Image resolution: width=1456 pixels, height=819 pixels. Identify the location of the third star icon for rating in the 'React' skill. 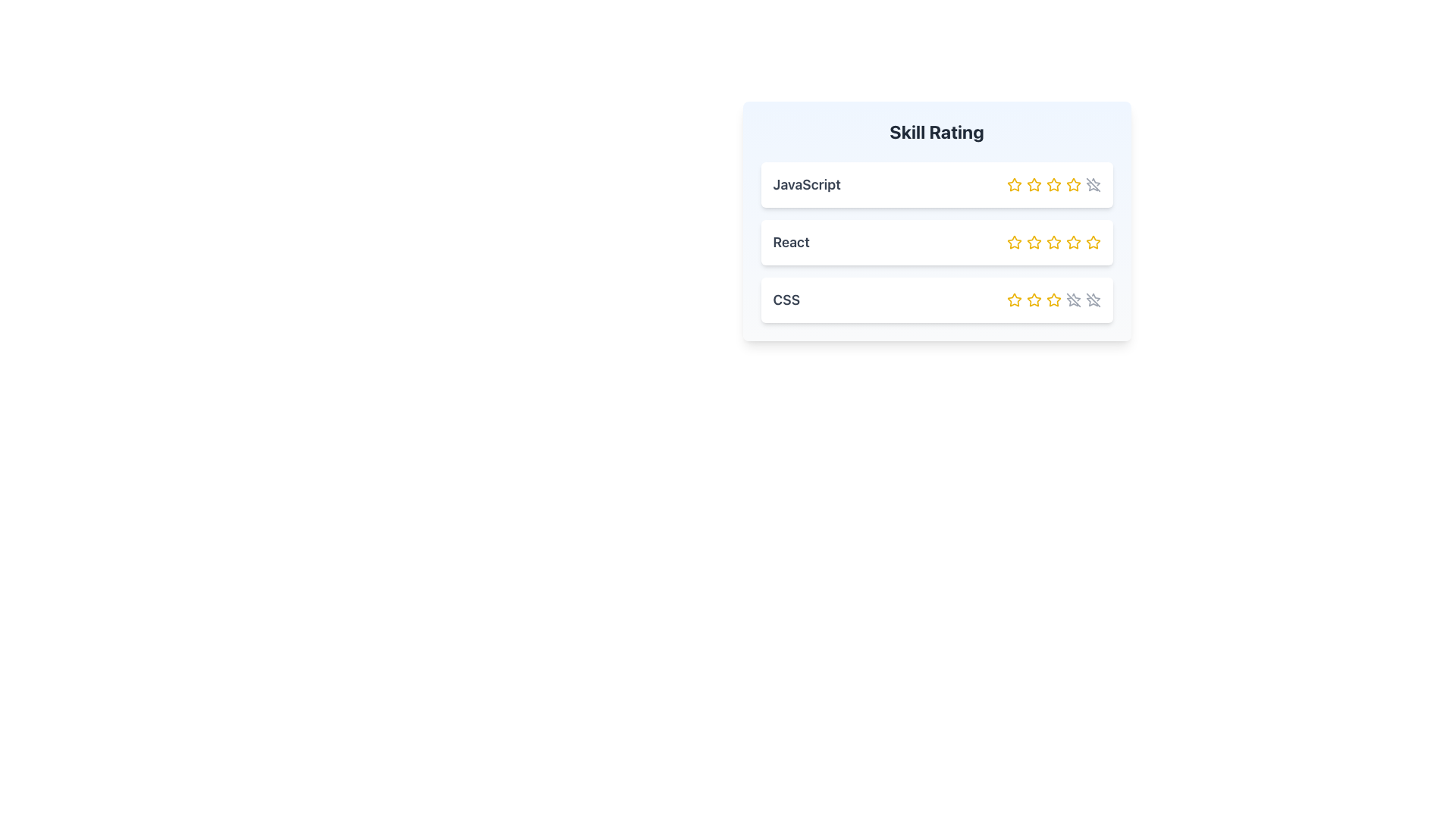
(1053, 241).